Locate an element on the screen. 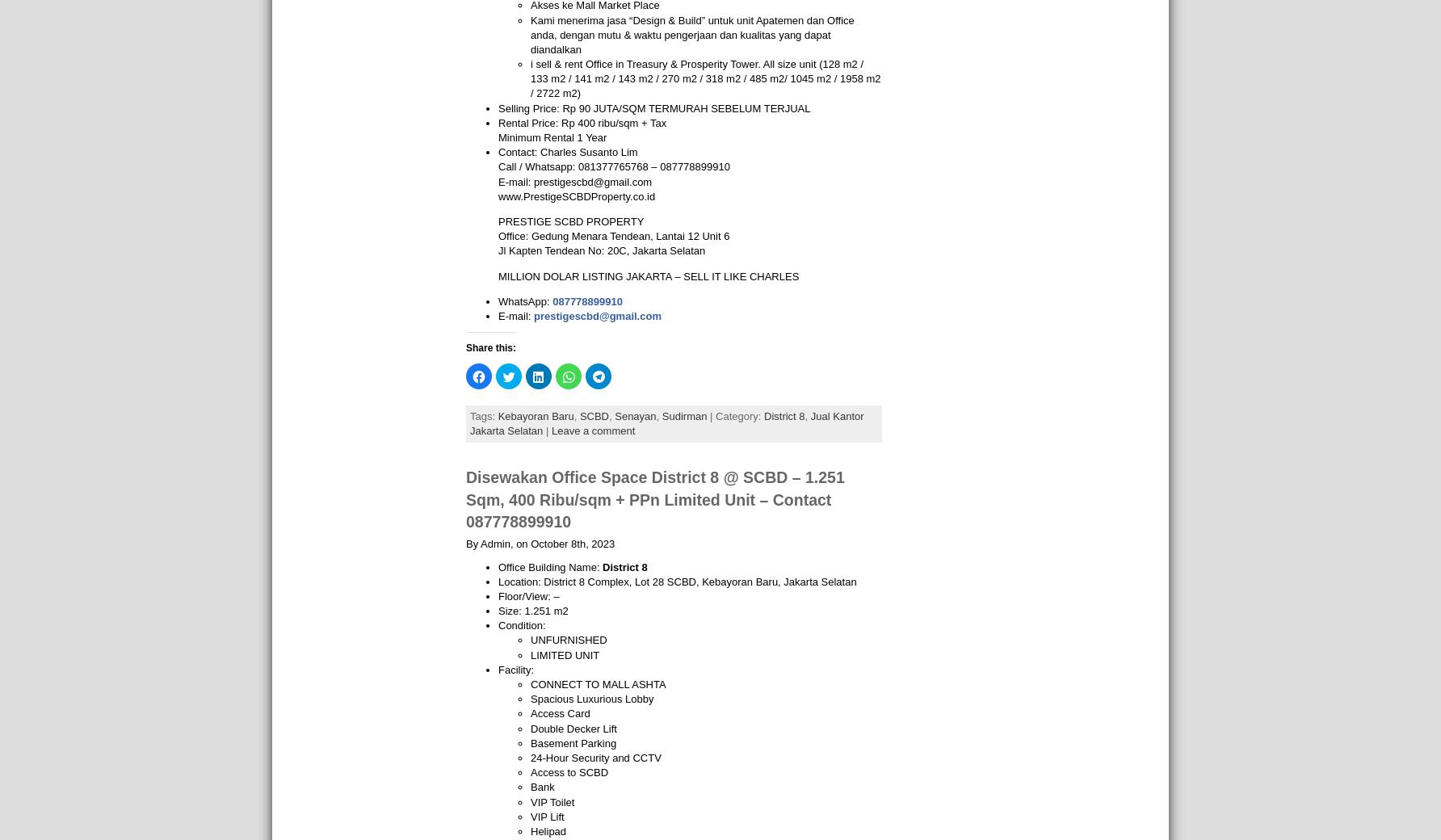  'Spacious Luxurious Lobby' is located at coordinates (592, 698).